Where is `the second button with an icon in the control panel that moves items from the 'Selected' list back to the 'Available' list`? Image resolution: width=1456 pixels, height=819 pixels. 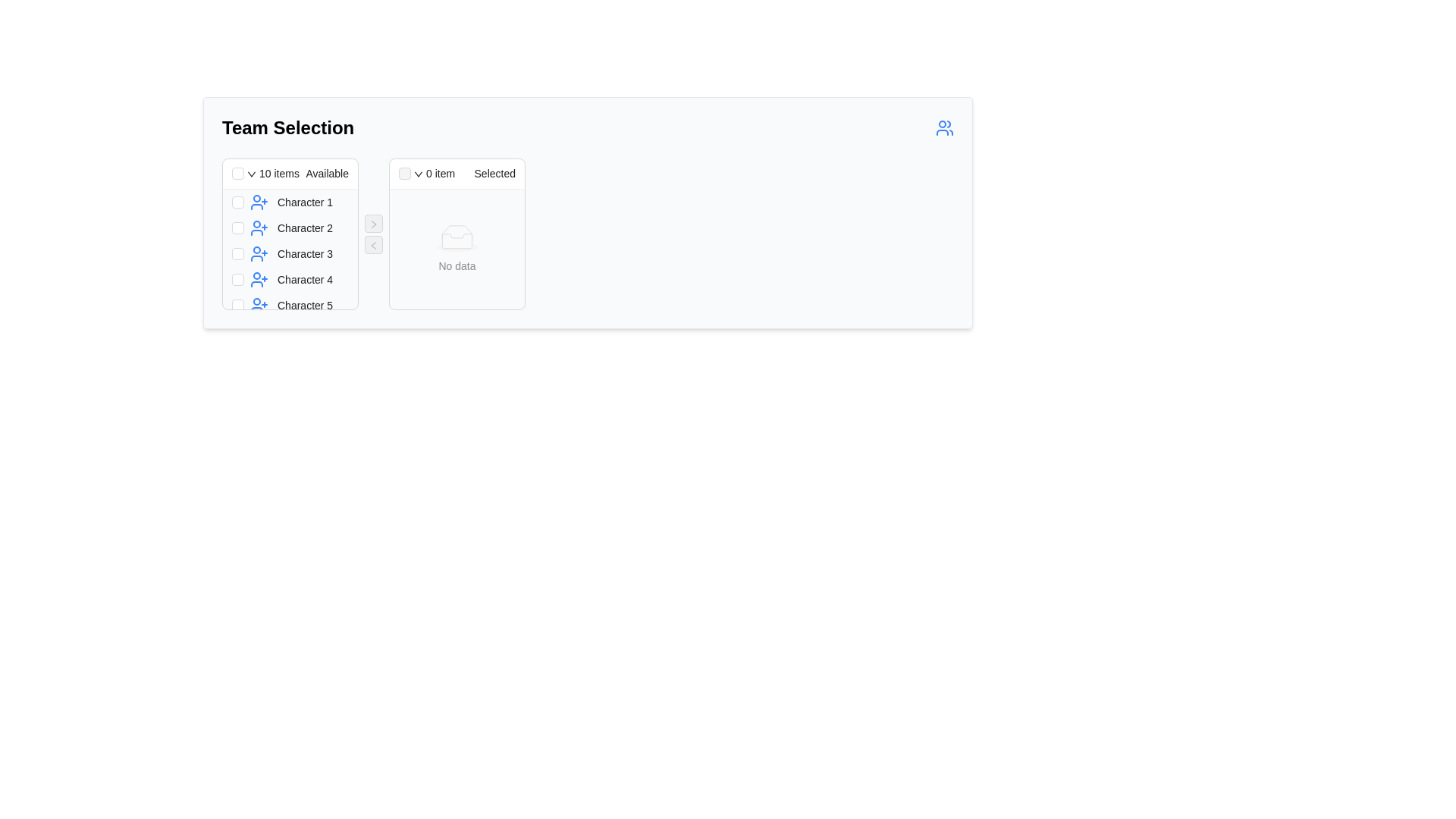
the second button with an icon in the control panel that moves items from the 'Selected' list back to the 'Available' list is located at coordinates (374, 244).